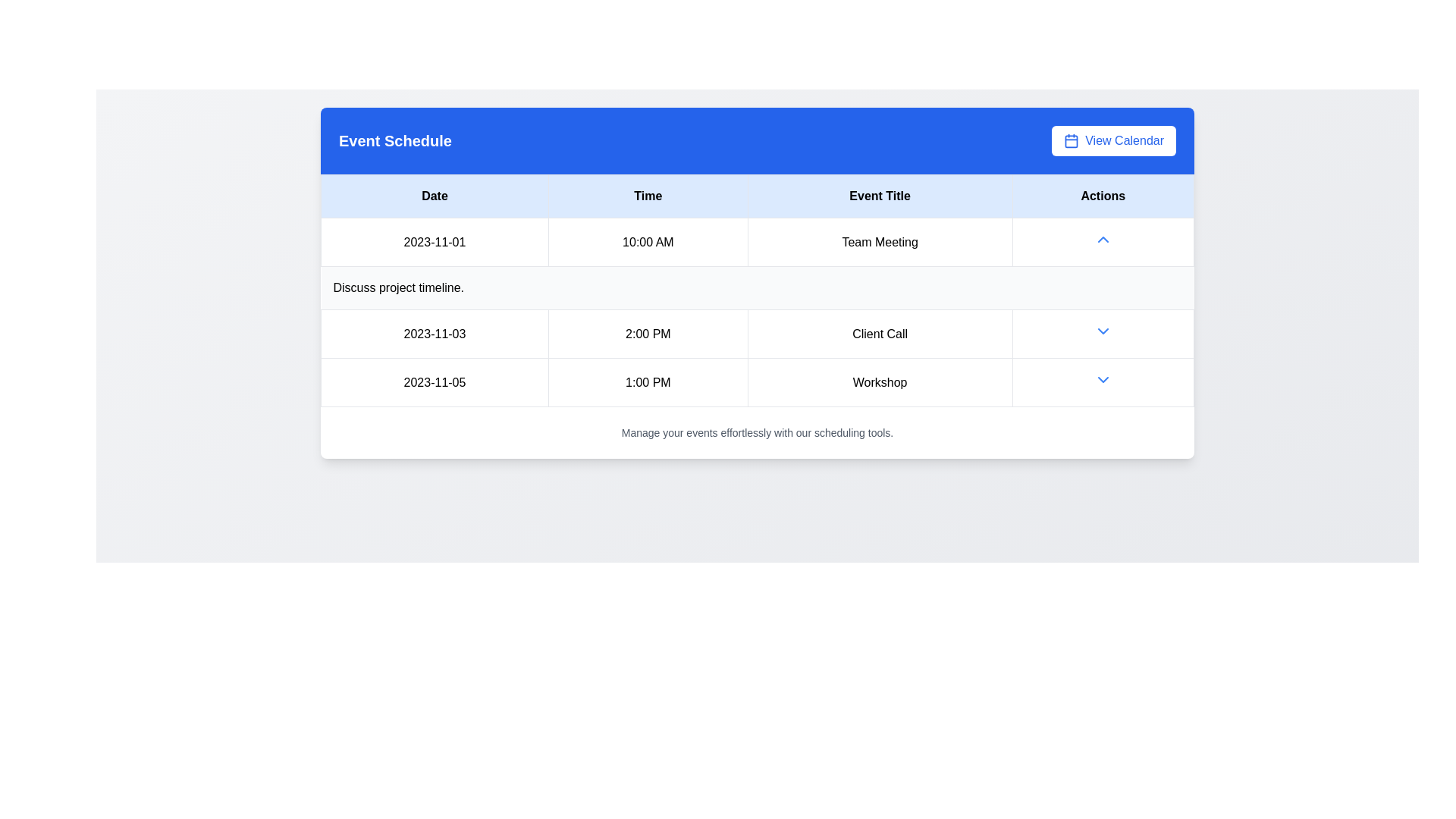  Describe the element at coordinates (1071, 141) in the screenshot. I see `the SVG Rectangle that is part of the calendar icon located next to the 'View Calendar' button in the top-right corner of the header` at that location.